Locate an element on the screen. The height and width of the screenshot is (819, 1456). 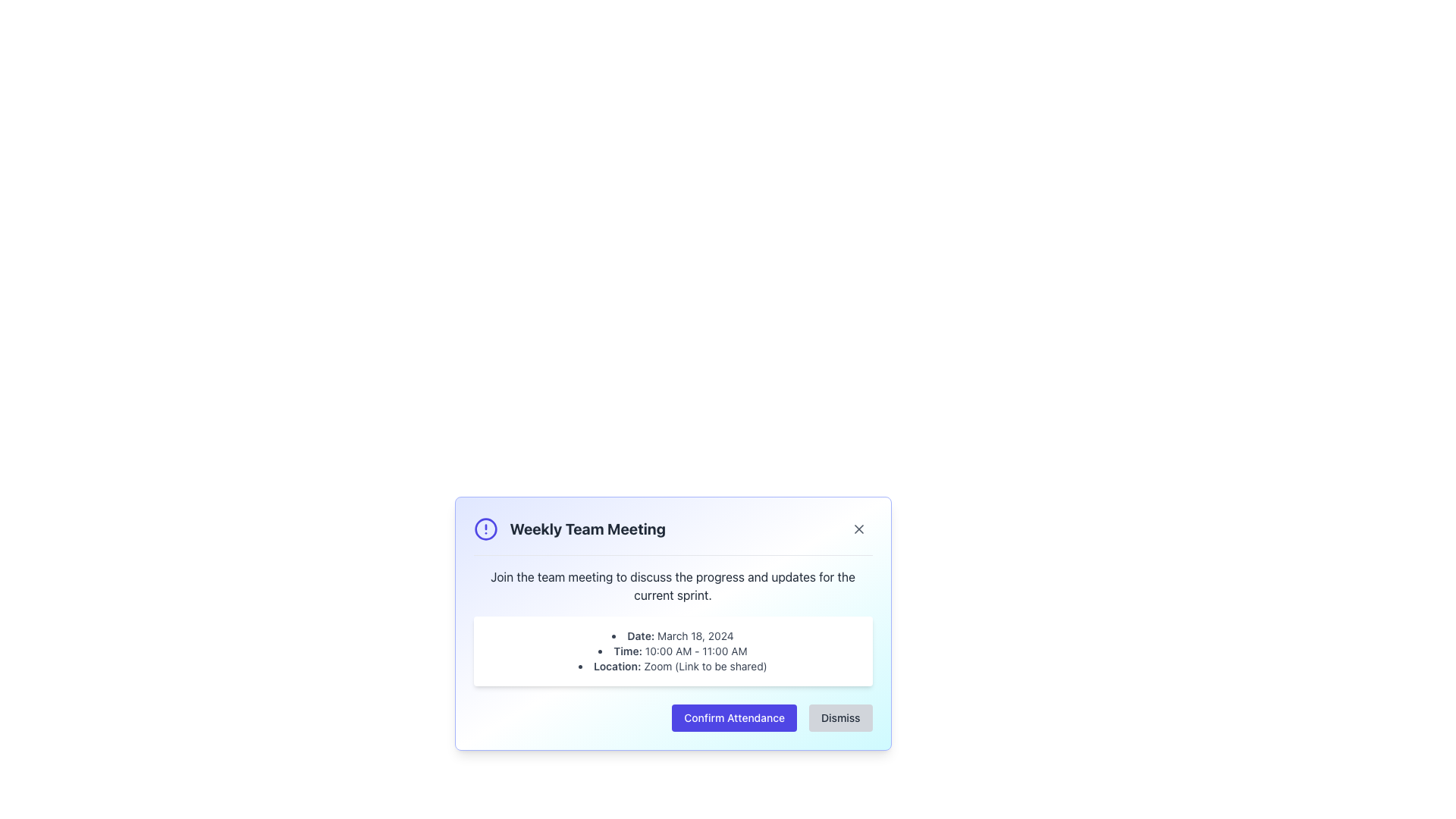
information provided in the third line of the bulleted list under the section header 'Weekly Team Meeting', which indicates the meeting will take place via Zoom and that a link will be shared is located at coordinates (672, 666).